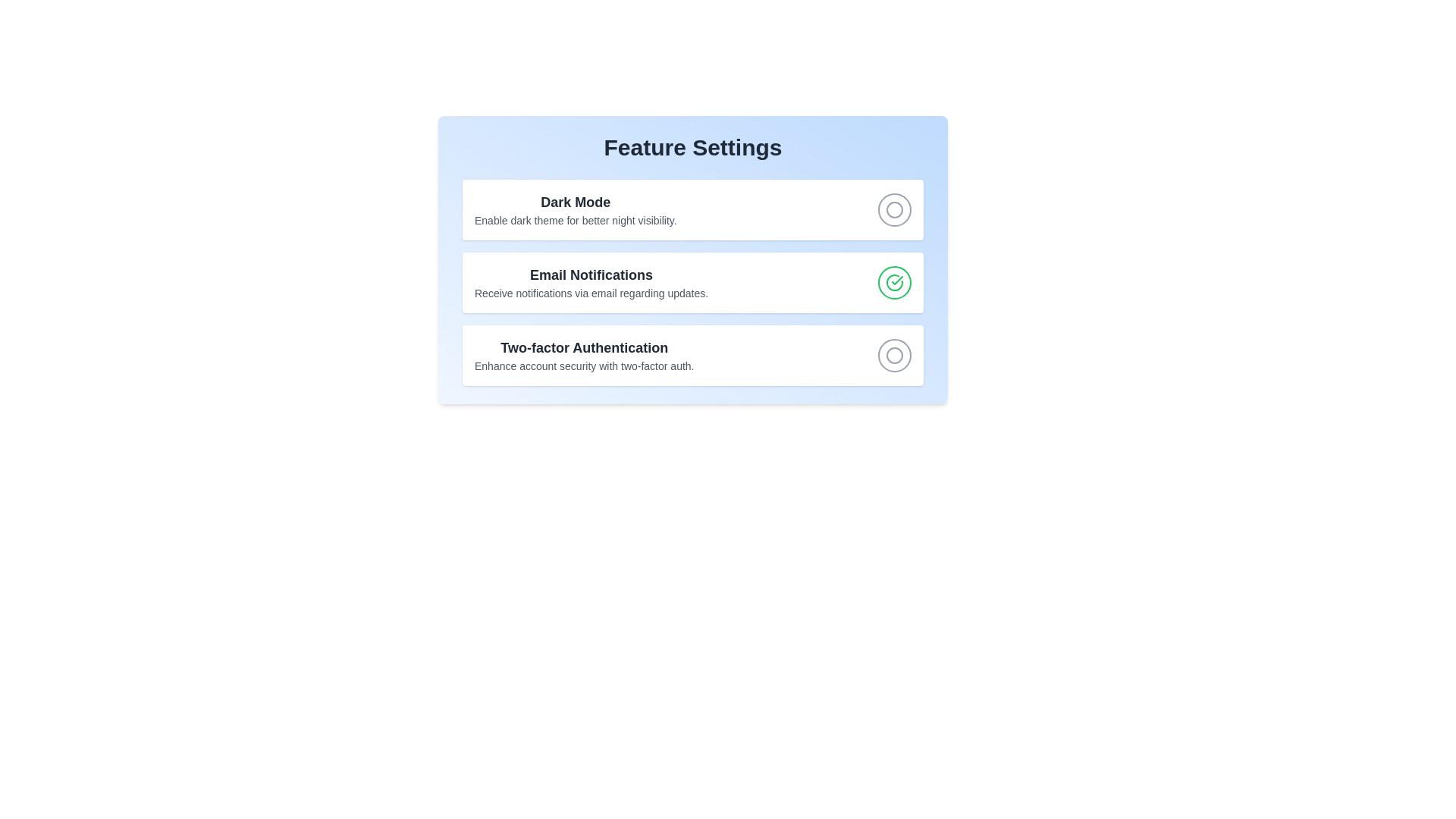  Describe the element at coordinates (583, 356) in the screenshot. I see `the text-based informational element titled 'Two-factor Authentication' which is located in the bottom section of the settings interface, below 'Email Notifications'` at that location.